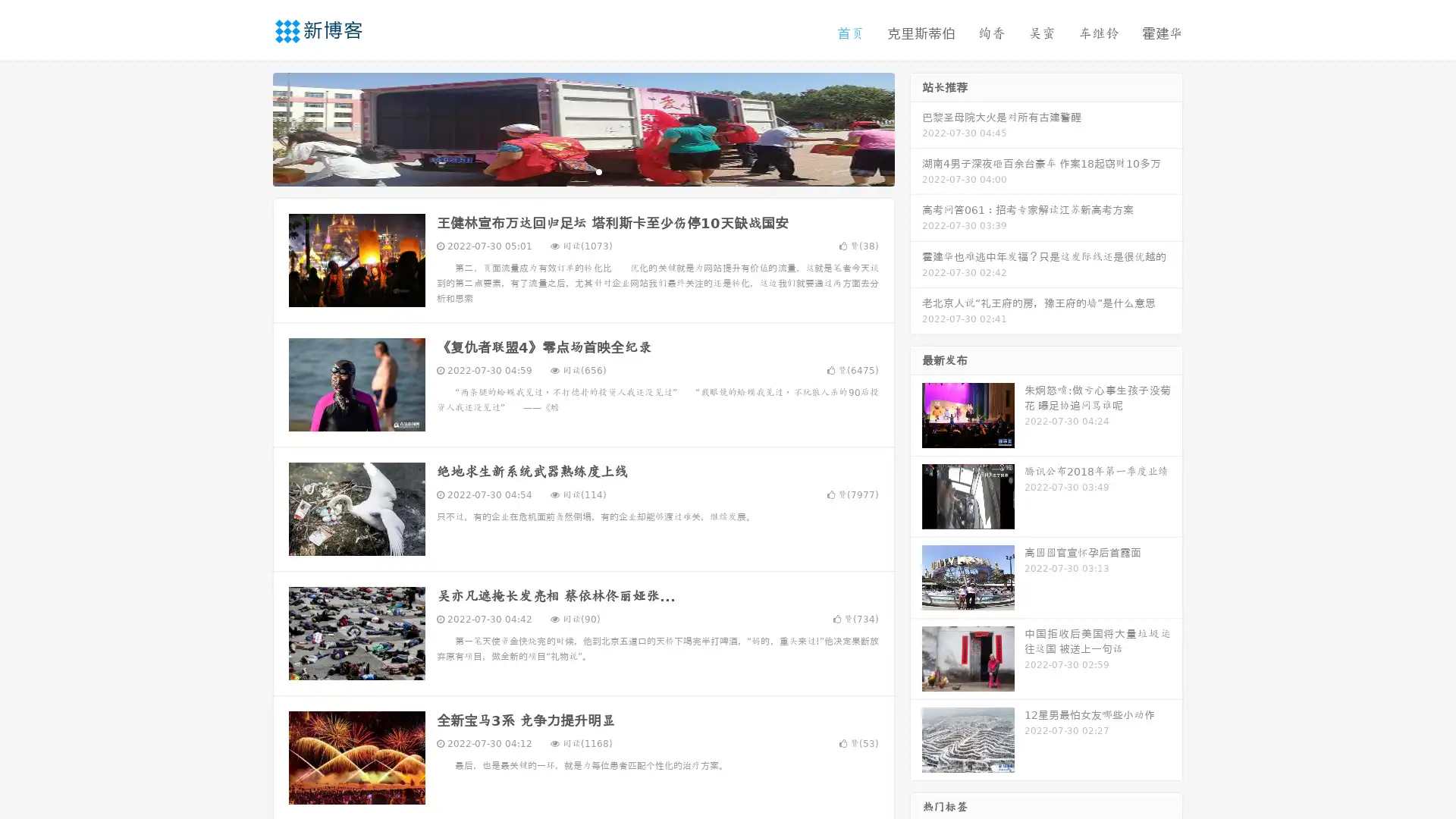  Describe the element at coordinates (250, 127) in the screenshot. I see `Previous slide` at that location.